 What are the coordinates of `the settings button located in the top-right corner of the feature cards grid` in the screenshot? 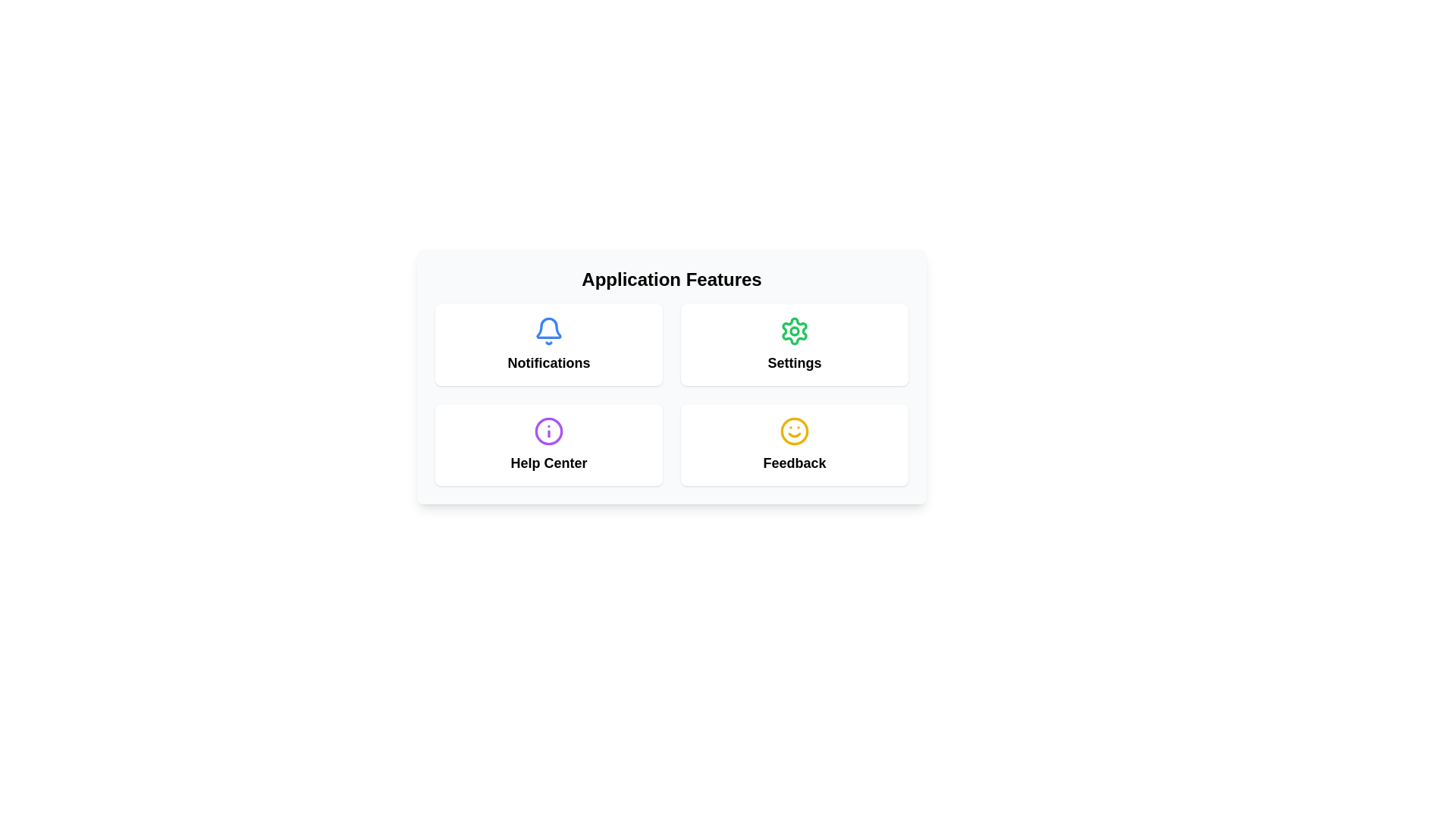 It's located at (793, 345).